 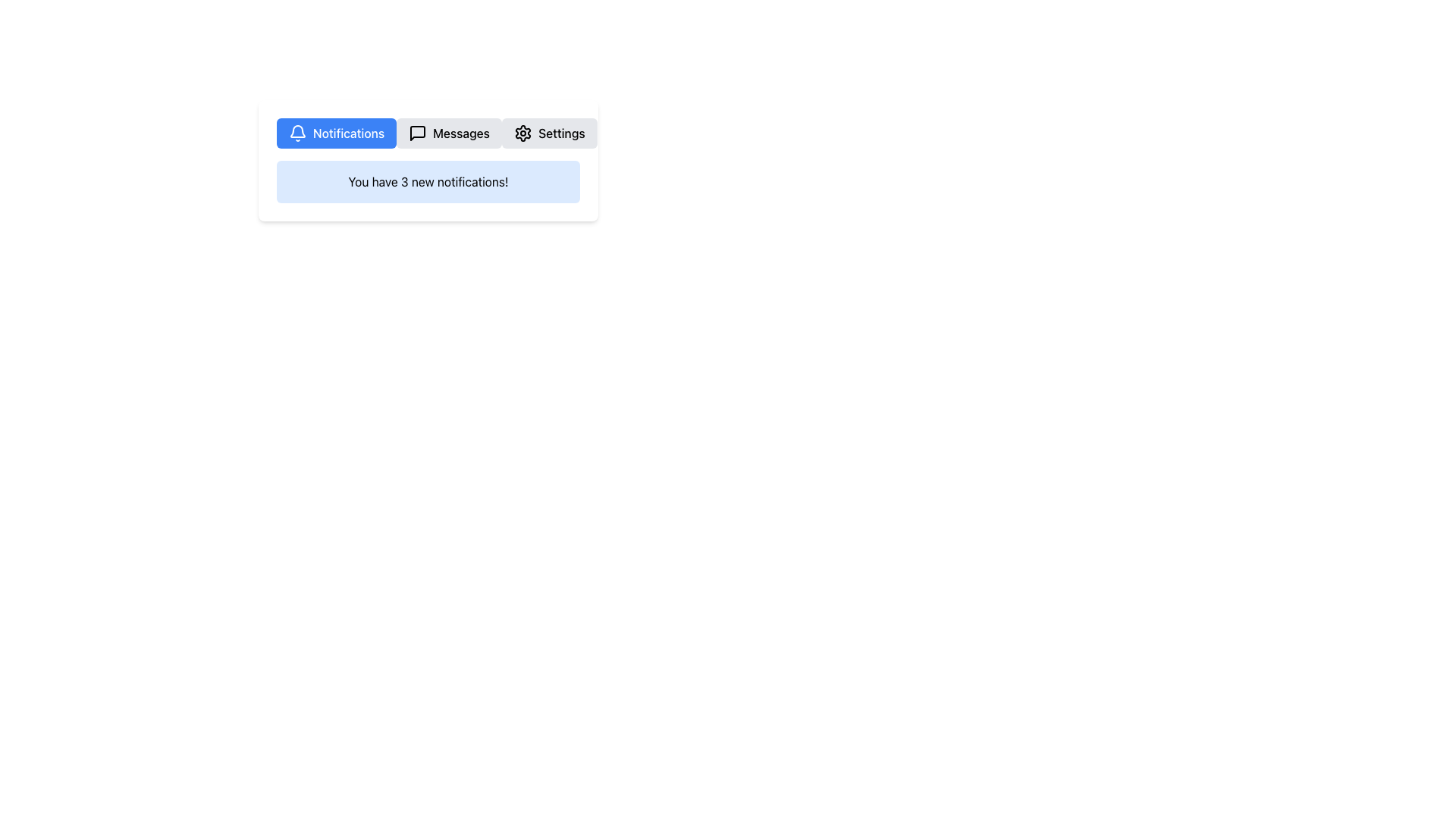 What do you see at coordinates (348, 133) in the screenshot?
I see `the decorative text label located in the horizontal navigation bar, positioned to the right of the bell-shaped icon` at bounding box center [348, 133].